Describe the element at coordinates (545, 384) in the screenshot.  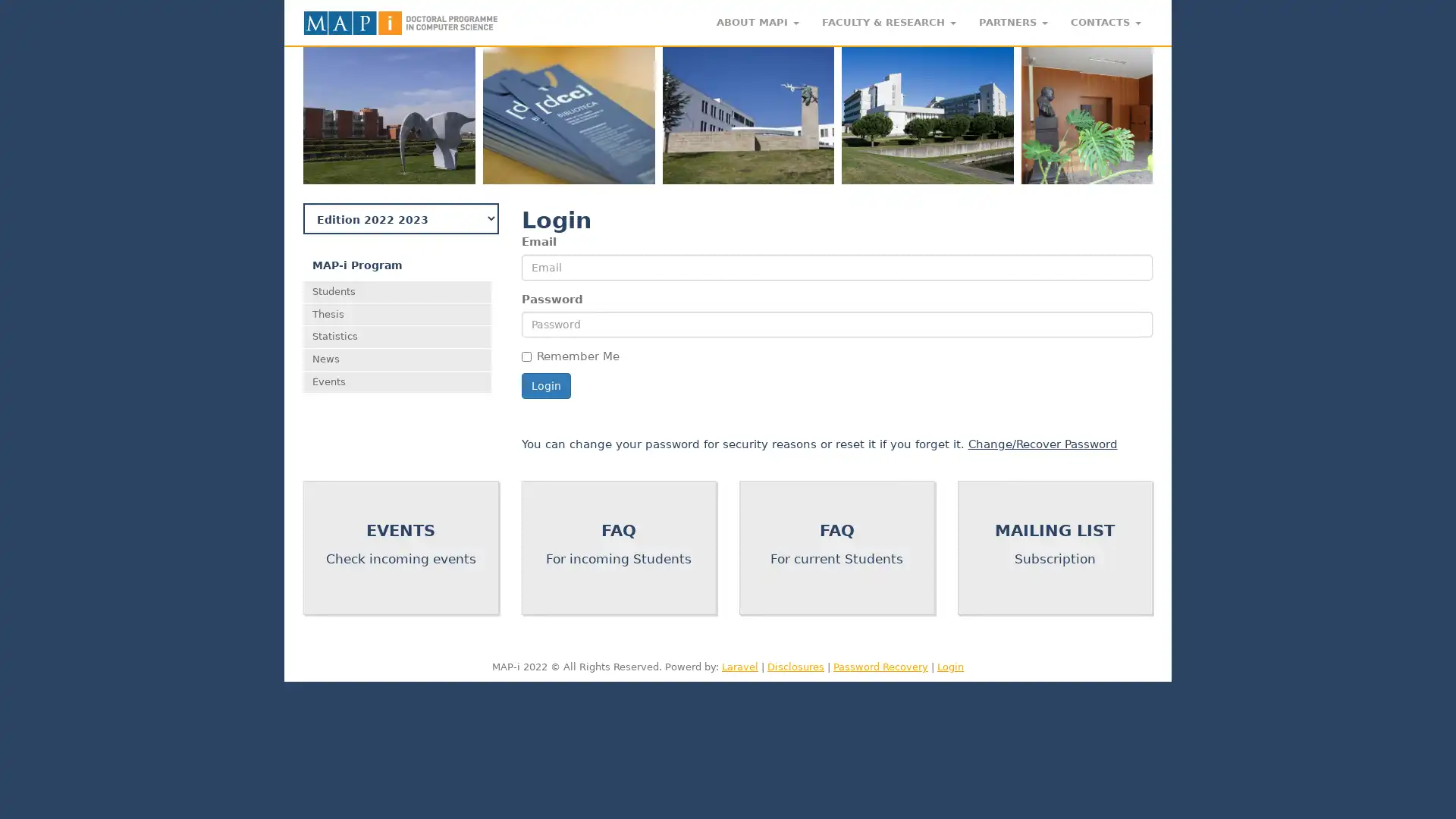
I see `Login` at that location.